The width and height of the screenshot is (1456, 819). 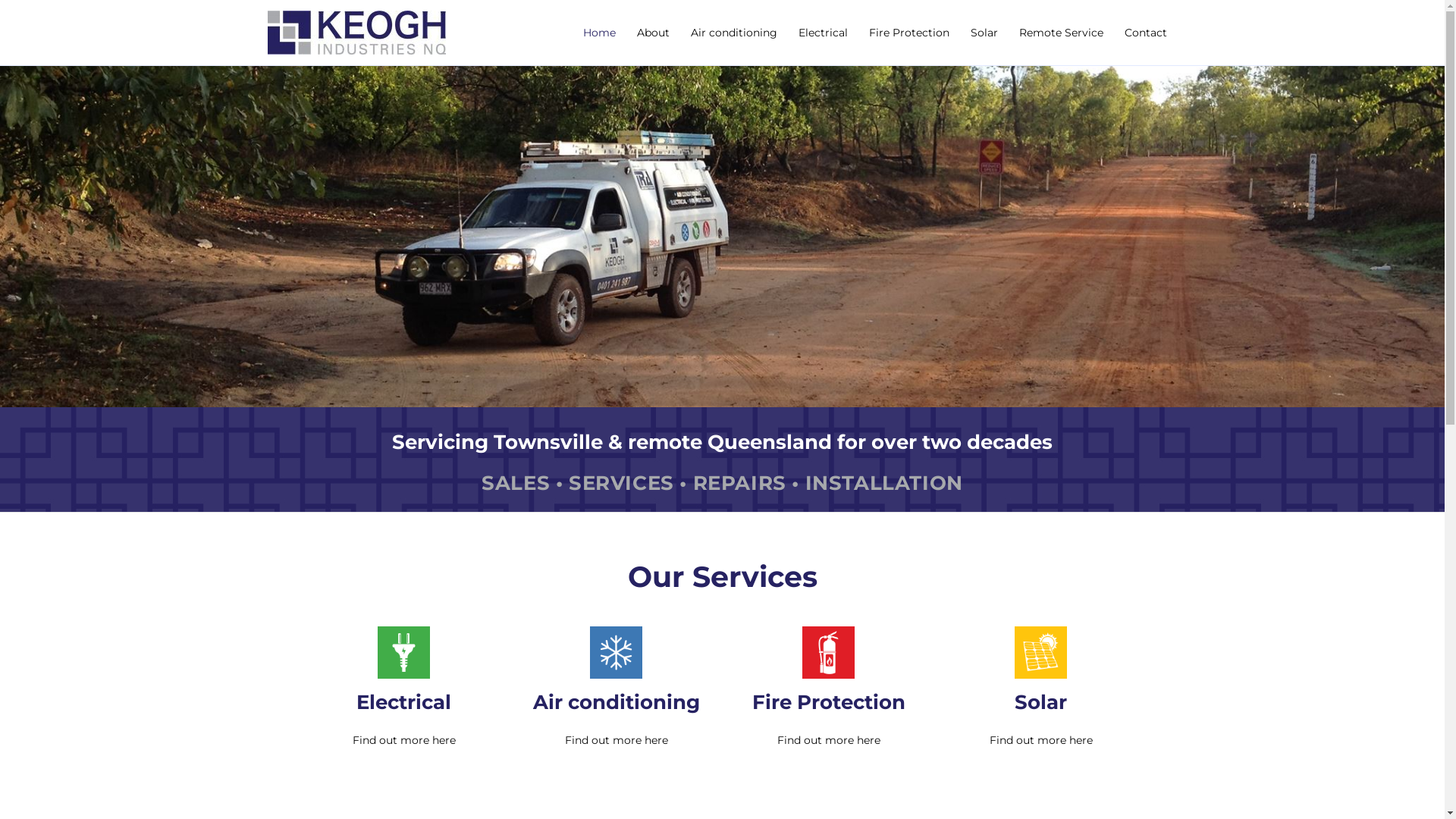 What do you see at coordinates (403, 701) in the screenshot?
I see `'Electrical'` at bounding box center [403, 701].